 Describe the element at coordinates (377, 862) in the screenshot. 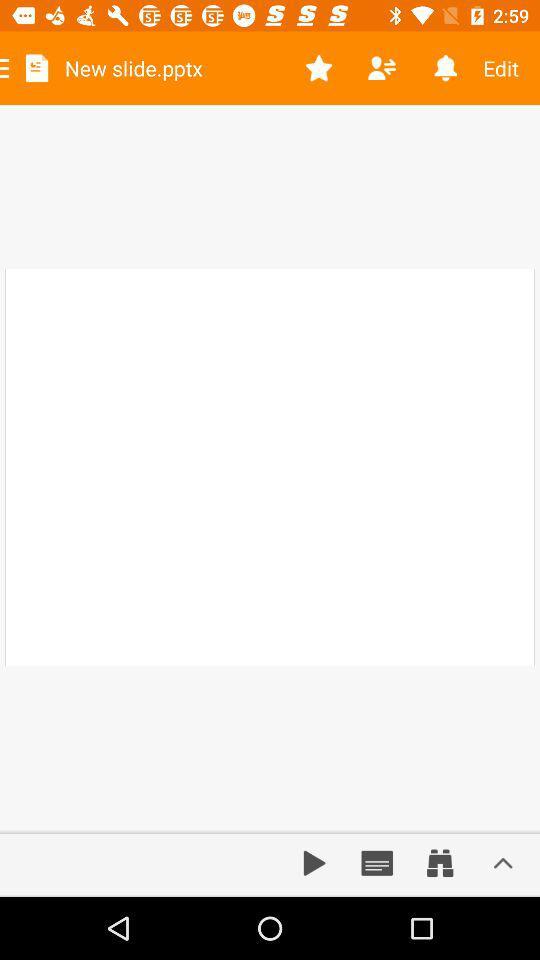

I see `document box` at that location.